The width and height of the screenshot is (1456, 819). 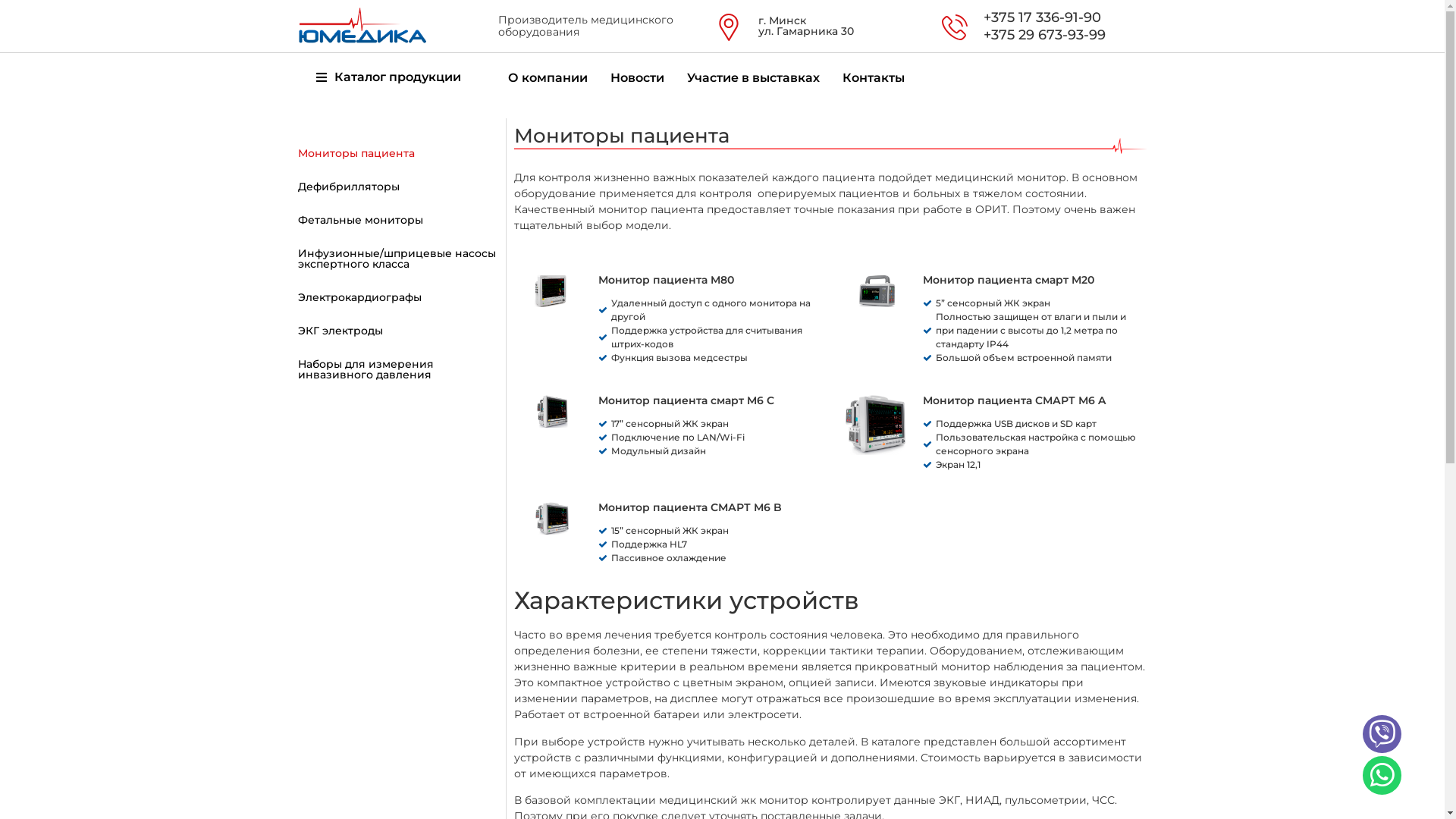 What do you see at coordinates (1041, 17) in the screenshot?
I see `'+375 17 336-91-90'` at bounding box center [1041, 17].